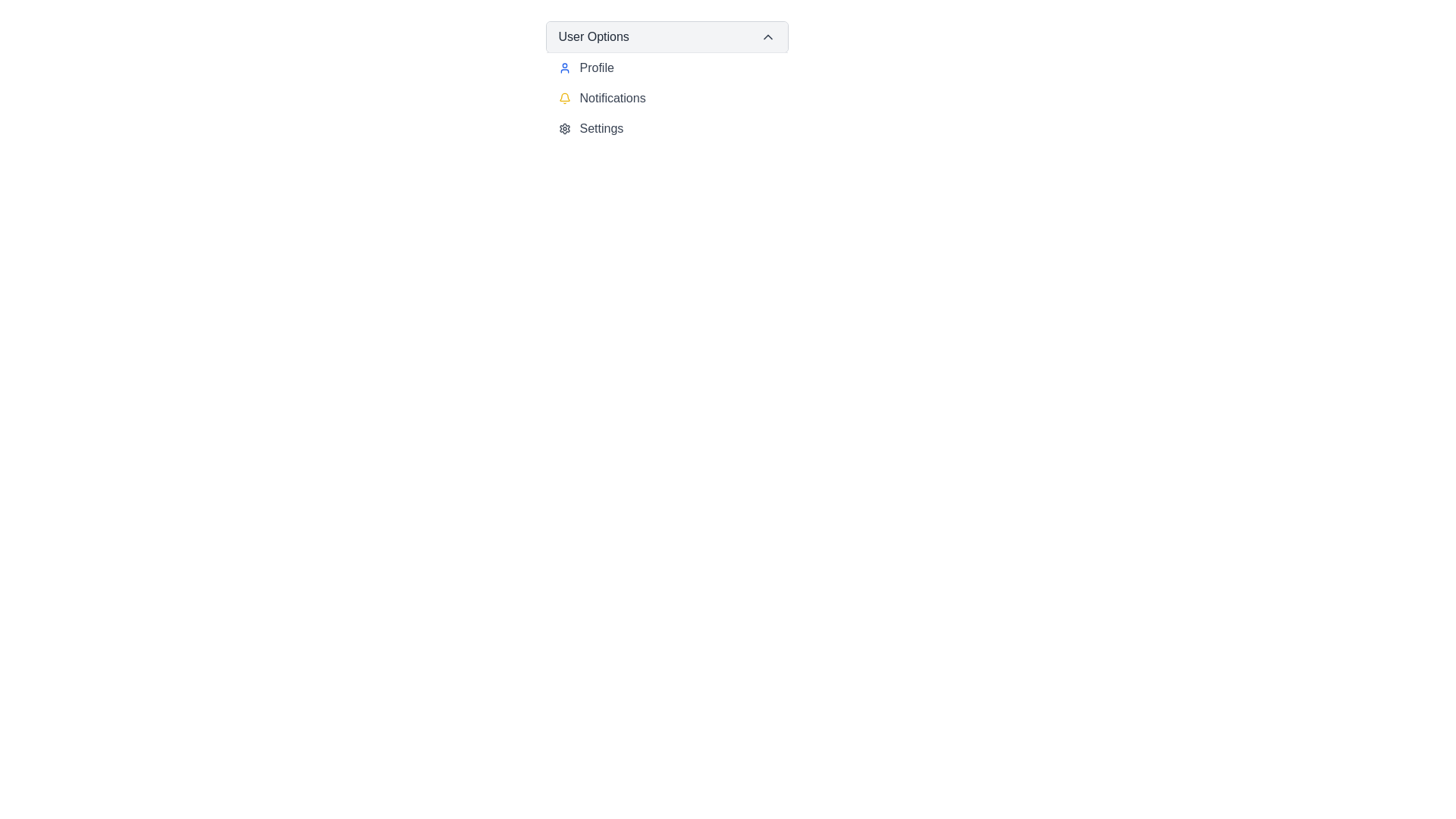 This screenshot has height=819, width=1456. What do you see at coordinates (563, 97) in the screenshot?
I see `the bell icon in the upper-right part of the interface, which represents notifications or alerts` at bounding box center [563, 97].